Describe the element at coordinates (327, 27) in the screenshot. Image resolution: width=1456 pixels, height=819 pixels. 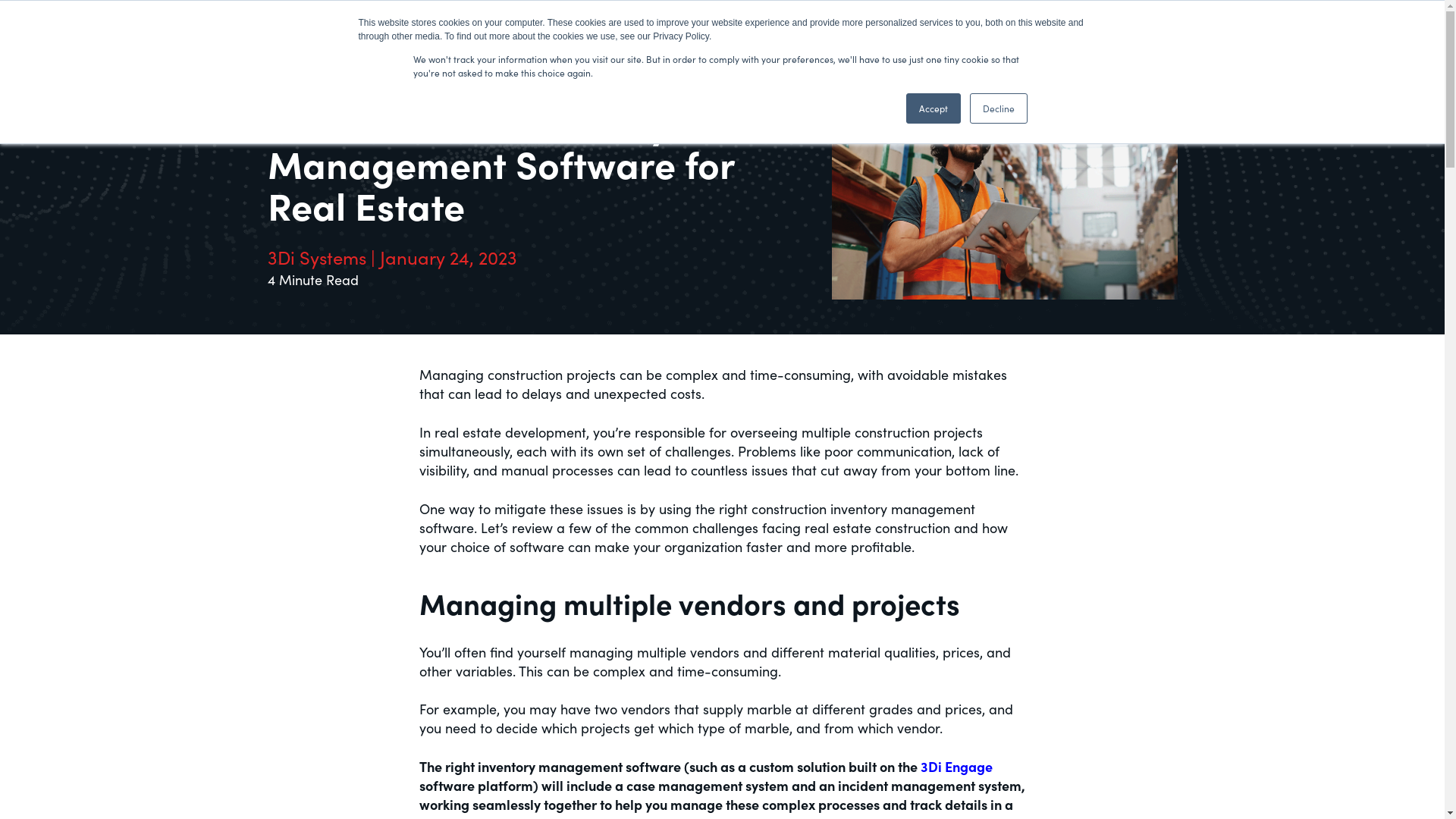
I see `'3Di-Insights'` at that location.